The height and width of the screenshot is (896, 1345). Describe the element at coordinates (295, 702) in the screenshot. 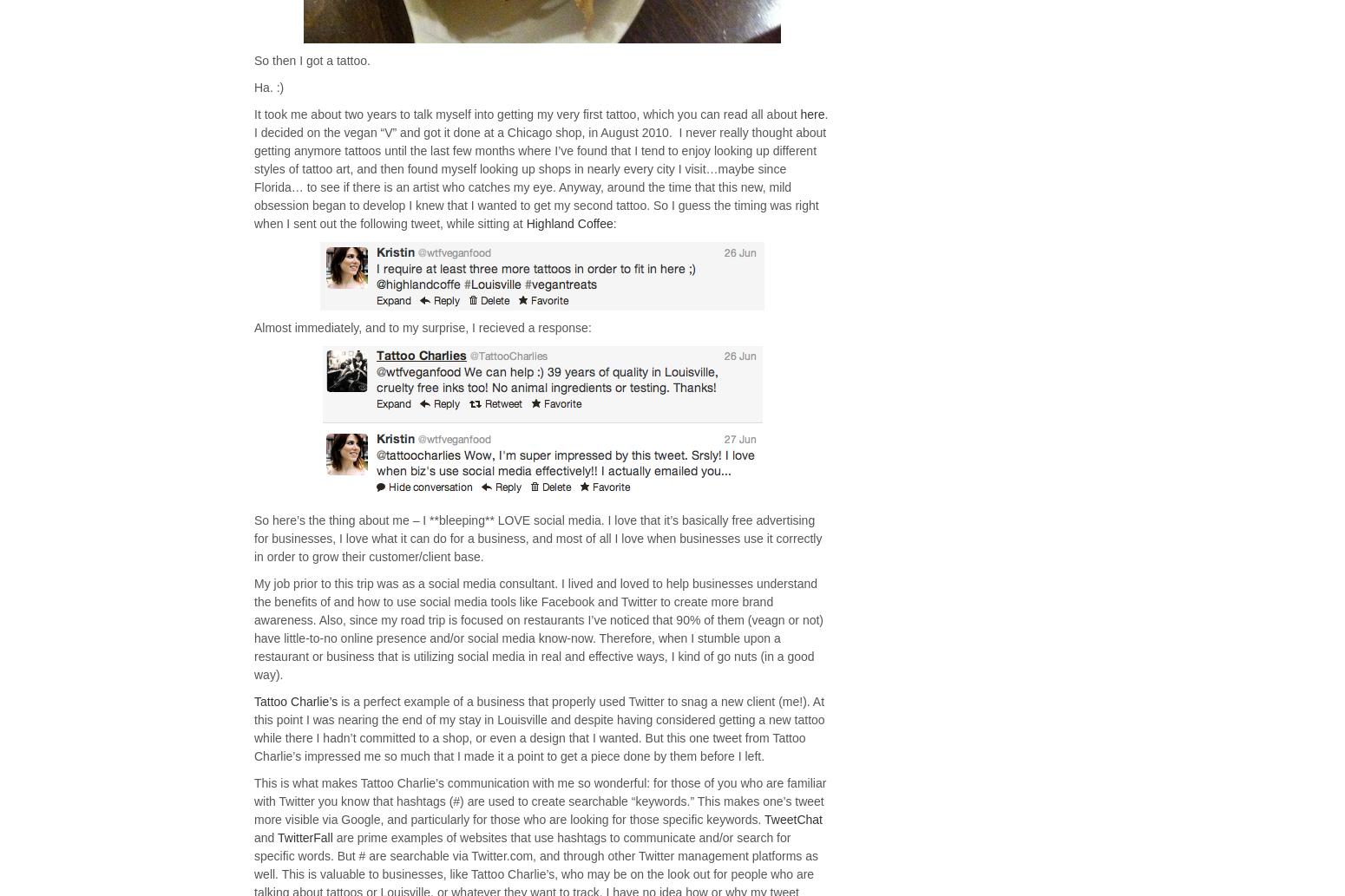

I see `'Tattoo Charlie’s'` at that location.